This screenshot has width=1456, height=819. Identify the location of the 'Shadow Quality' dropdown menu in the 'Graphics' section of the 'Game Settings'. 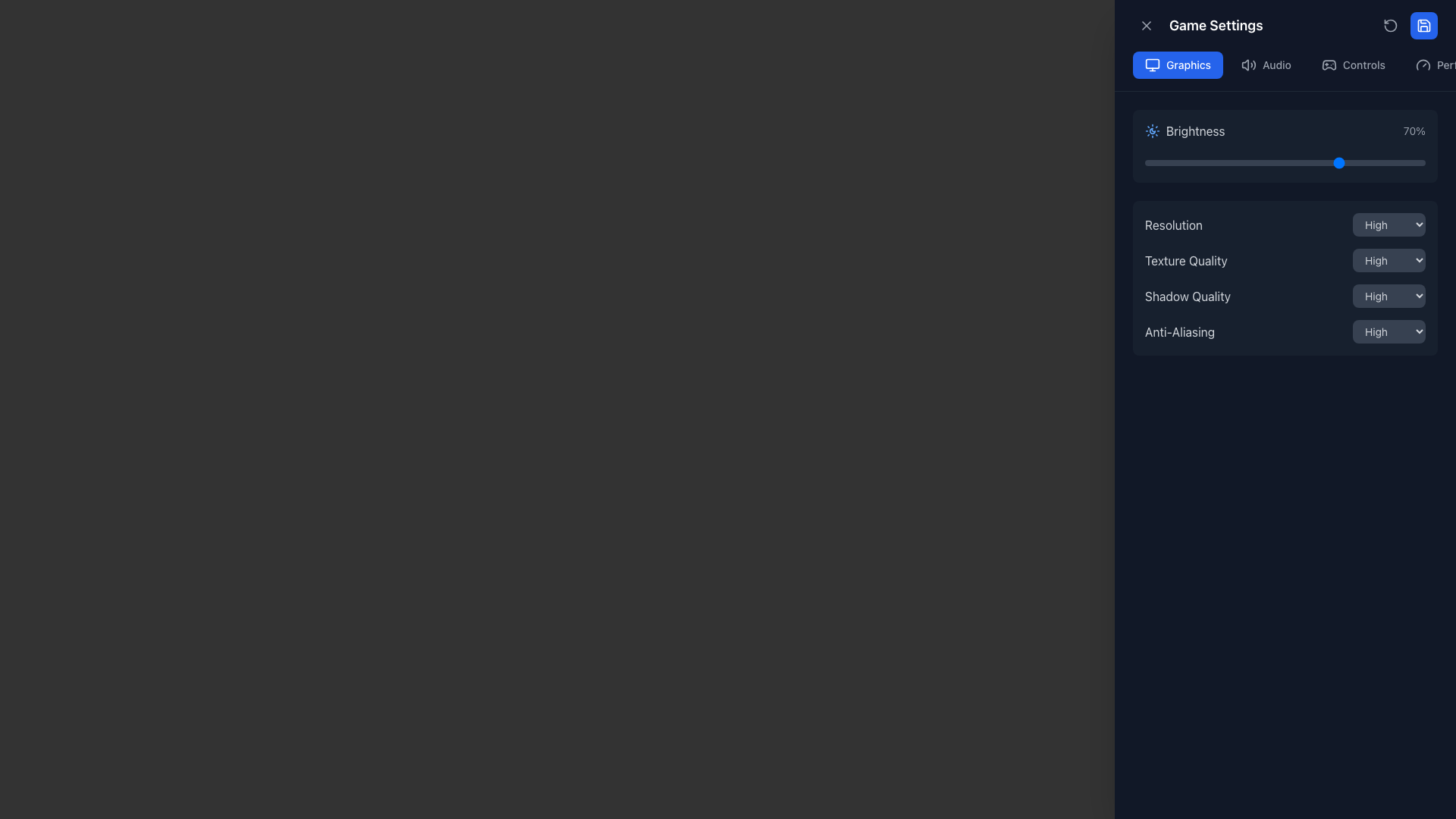
(1389, 296).